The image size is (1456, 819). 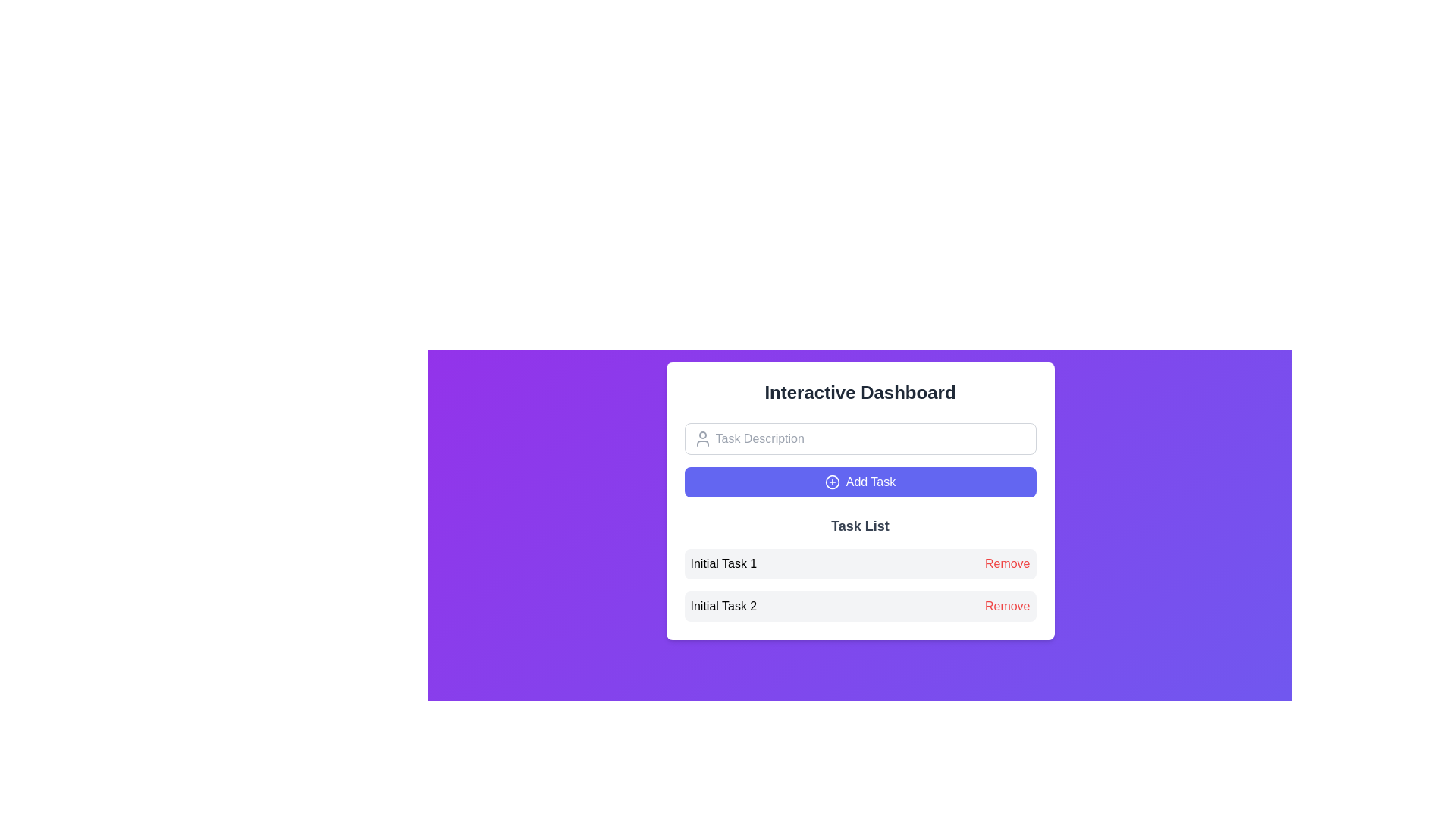 What do you see at coordinates (831, 482) in the screenshot?
I see `the icon with a circular outline and plus sign, located on the left side of the 'Add Task' button, to interact with the button` at bounding box center [831, 482].